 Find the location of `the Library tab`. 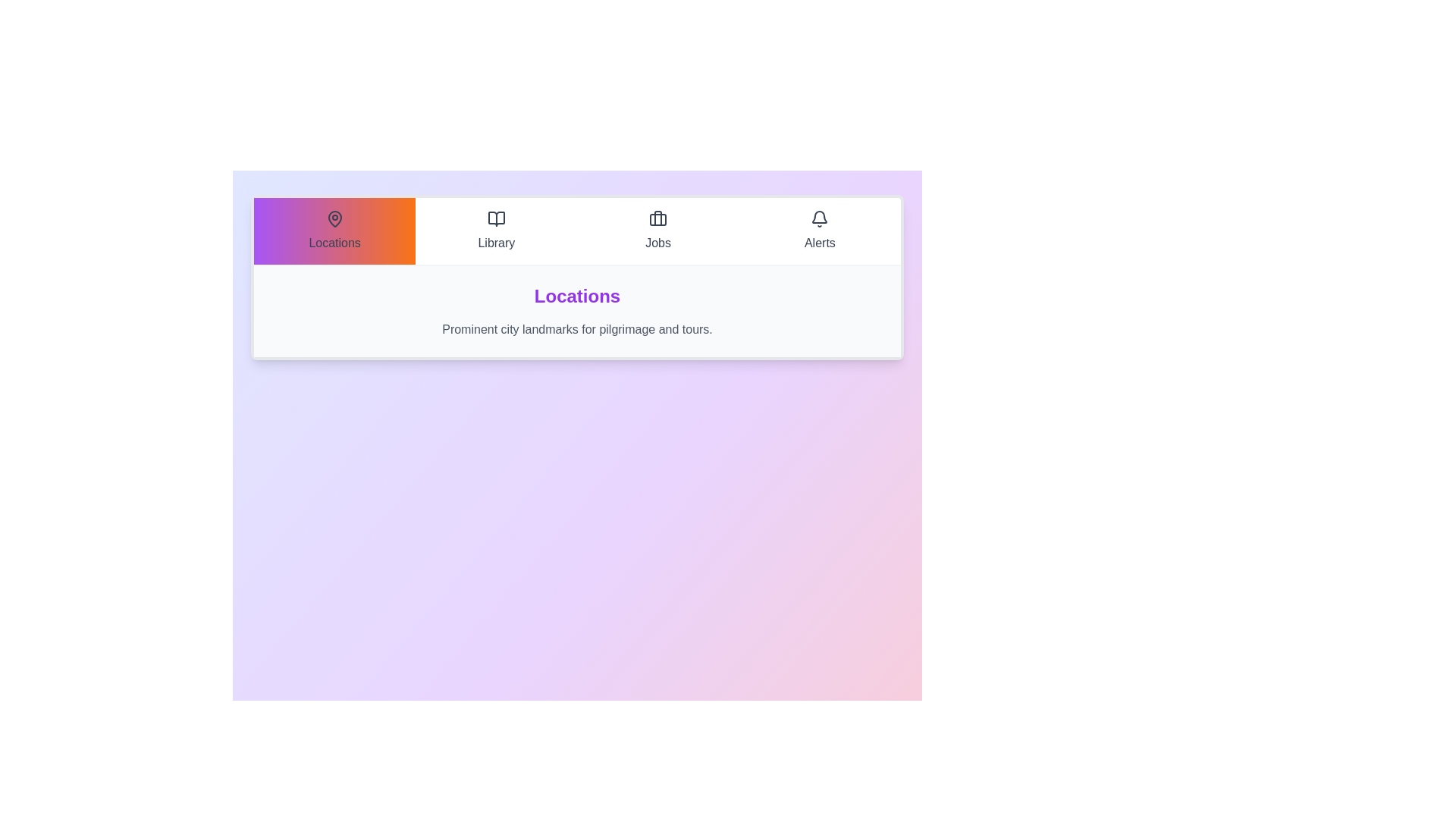

the Library tab is located at coordinates (496, 231).